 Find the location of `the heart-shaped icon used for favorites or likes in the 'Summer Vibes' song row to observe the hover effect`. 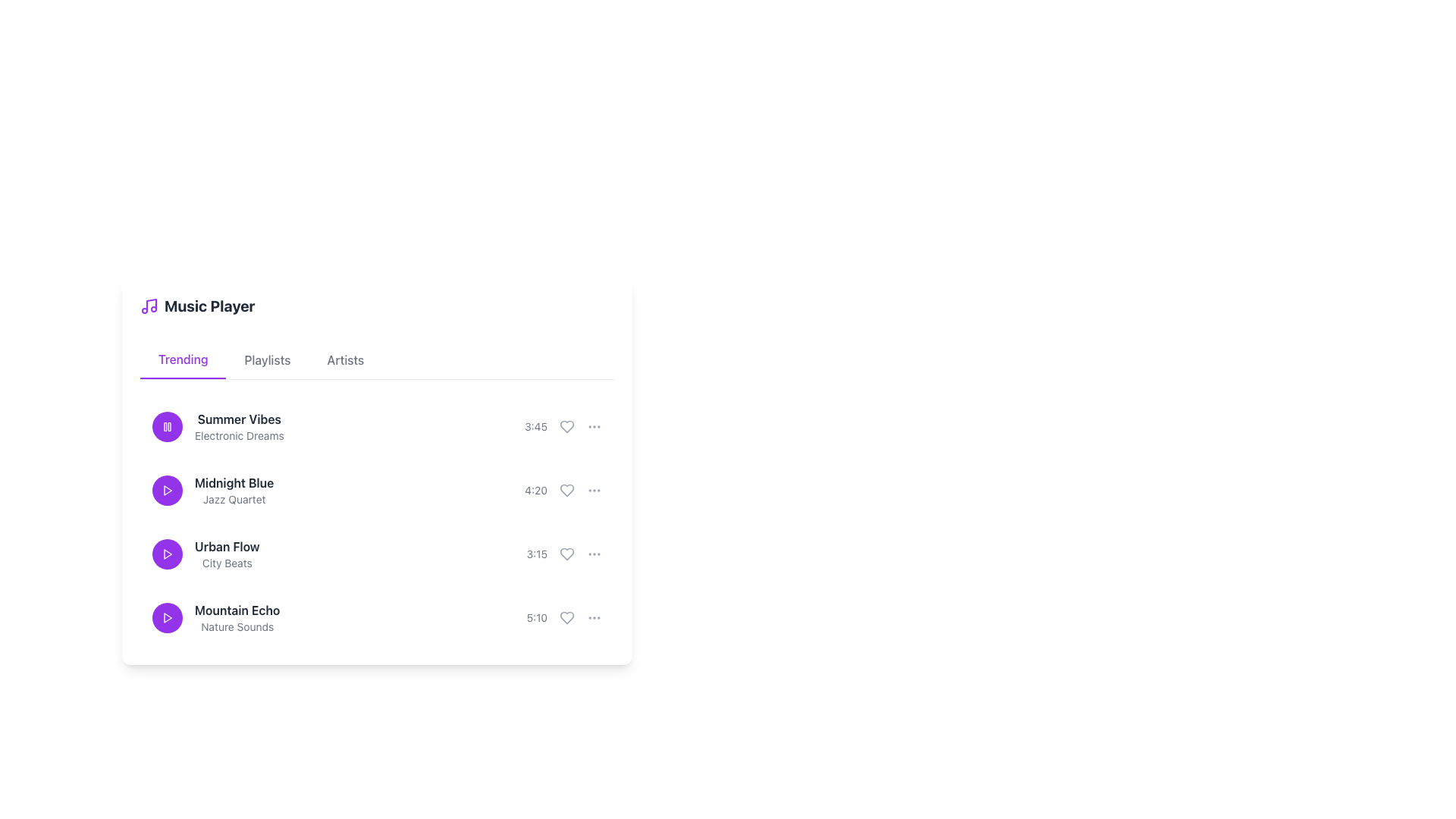

the heart-shaped icon used for favorites or likes in the 'Summer Vibes' song row to observe the hover effect is located at coordinates (563, 427).